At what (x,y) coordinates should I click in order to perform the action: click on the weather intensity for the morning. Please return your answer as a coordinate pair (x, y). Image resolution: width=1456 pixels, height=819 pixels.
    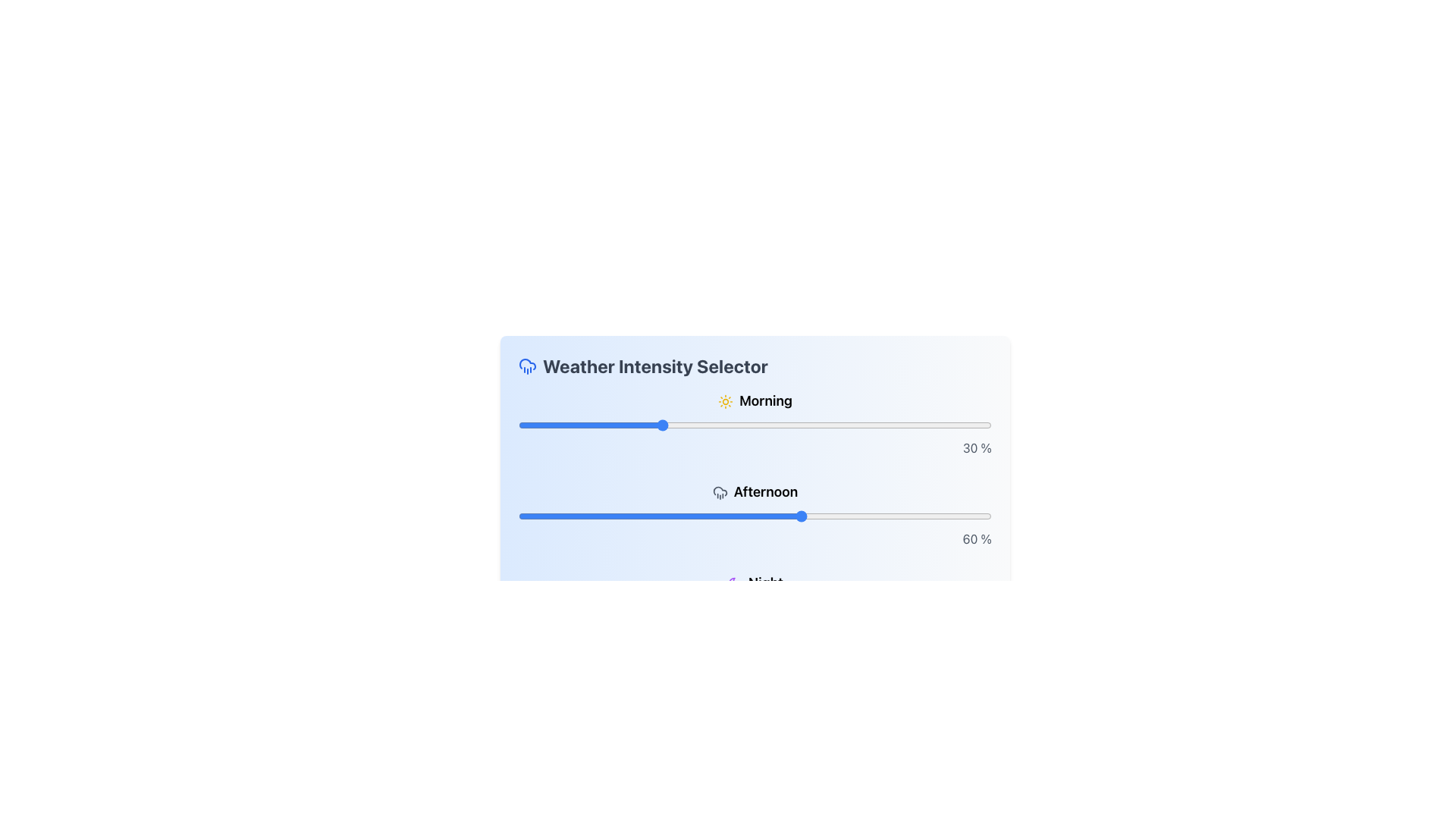
    Looking at the image, I should click on (570, 425).